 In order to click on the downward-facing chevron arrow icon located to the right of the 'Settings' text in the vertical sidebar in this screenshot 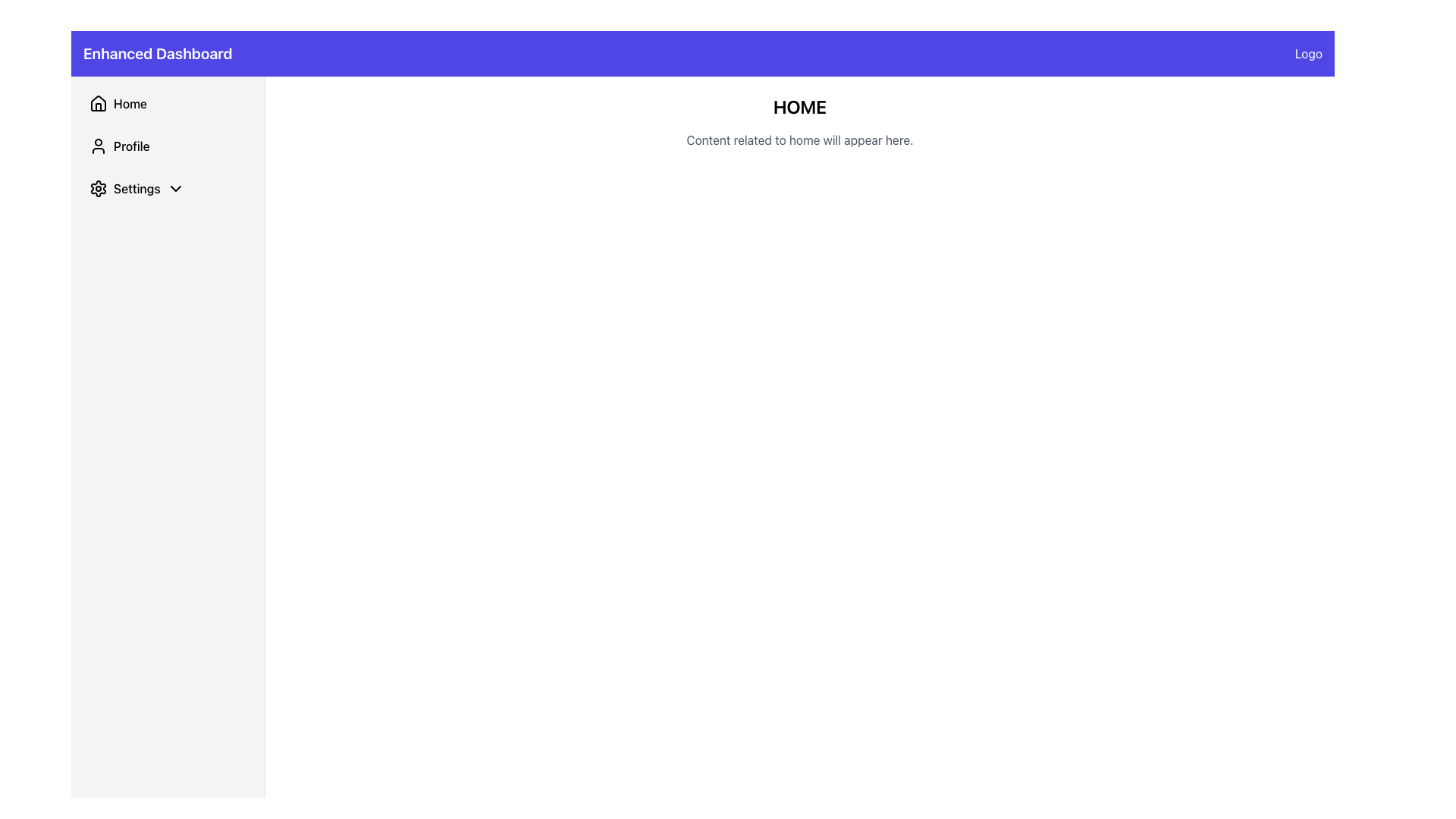, I will do `click(175, 188)`.